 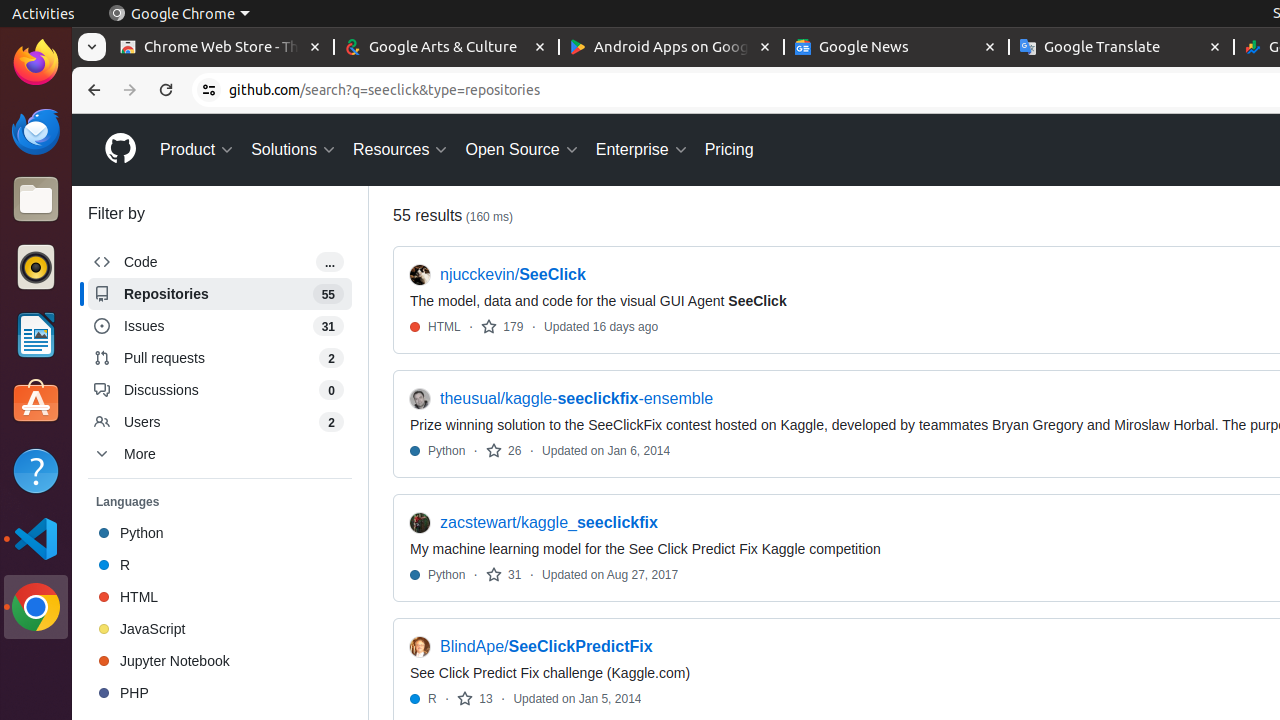 I want to click on '179 stars', so click(x=502, y=325).